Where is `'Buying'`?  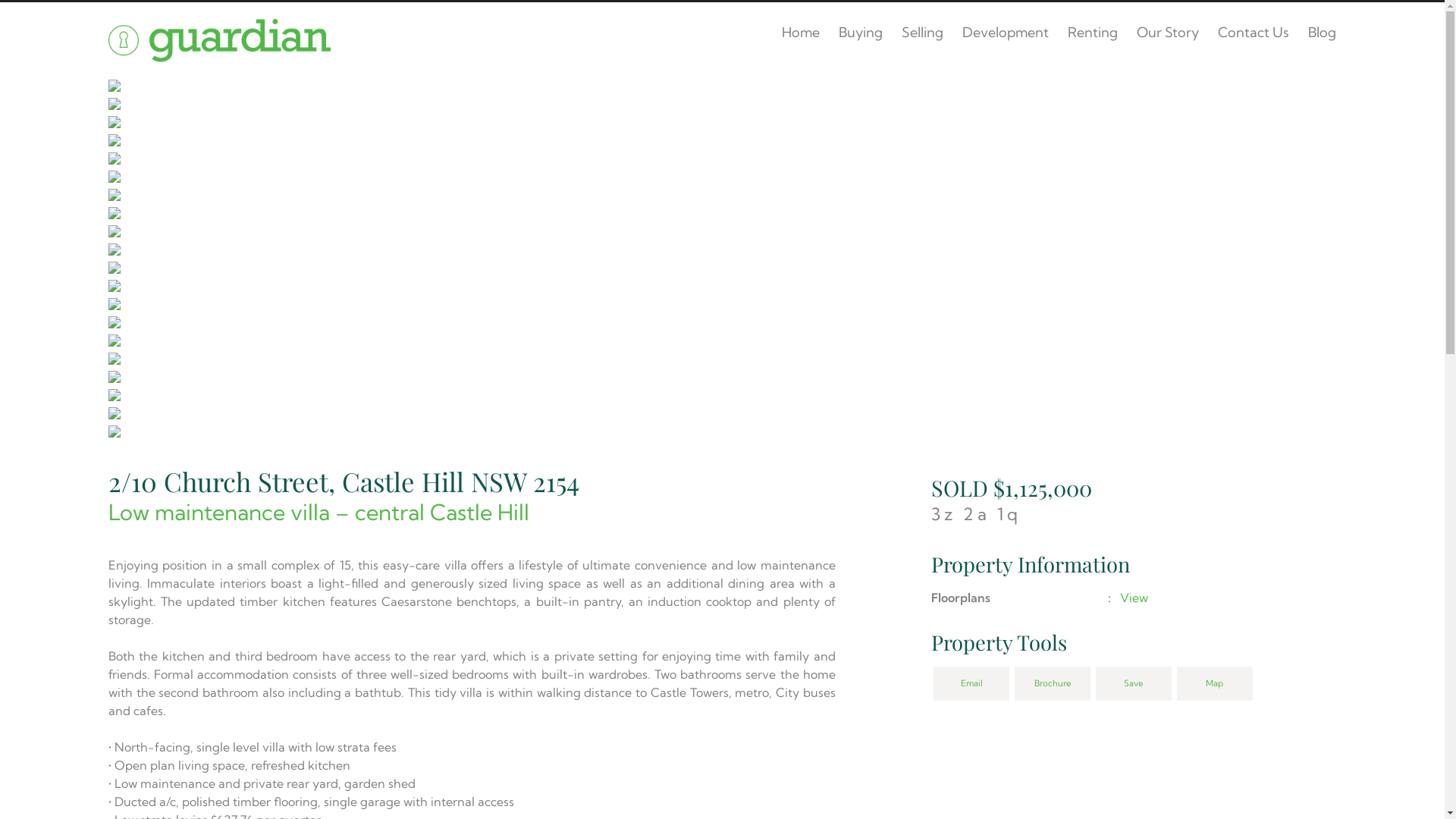 'Buying' is located at coordinates (860, 32).